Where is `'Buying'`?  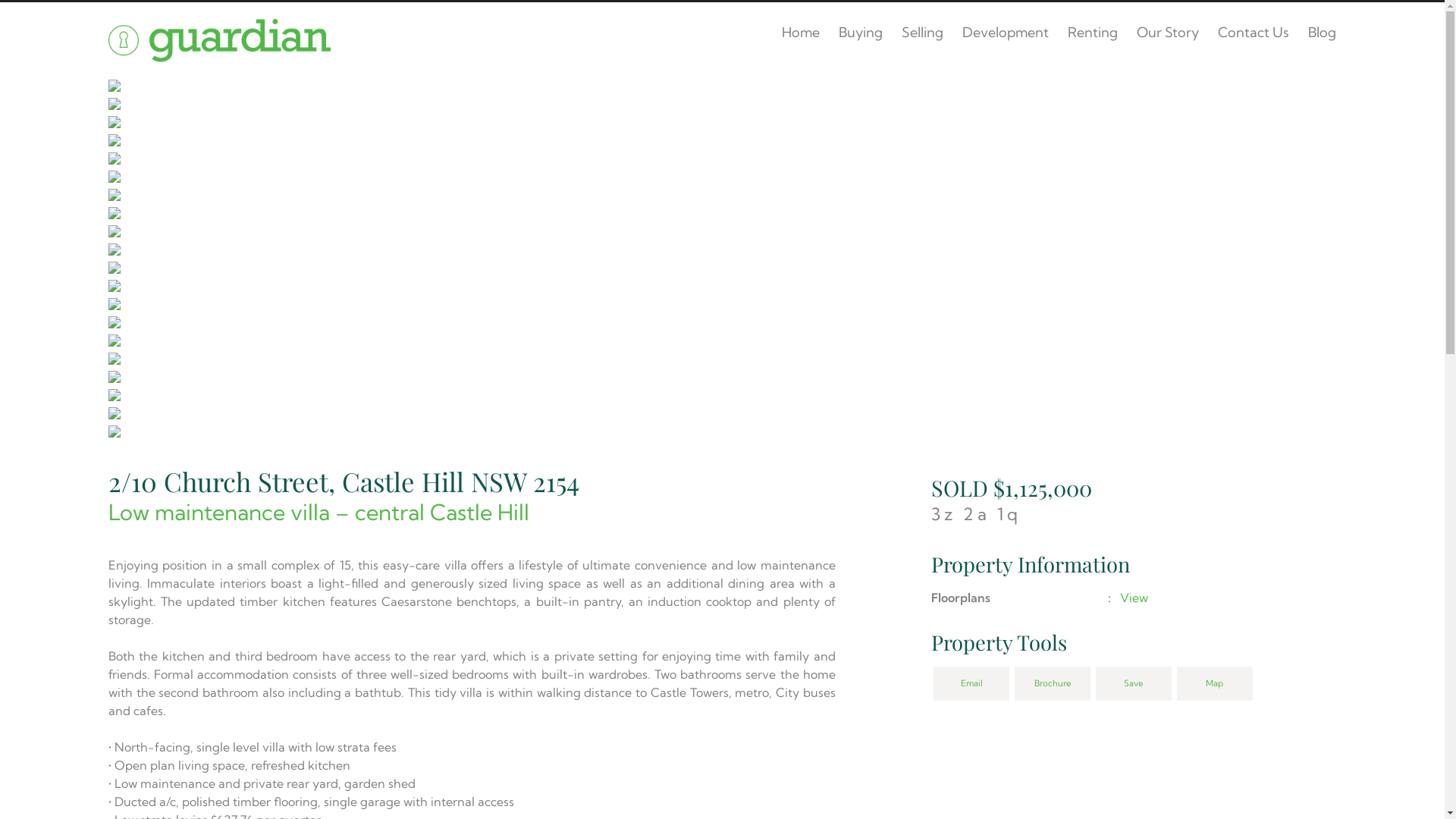 'Buying' is located at coordinates (860, 32).